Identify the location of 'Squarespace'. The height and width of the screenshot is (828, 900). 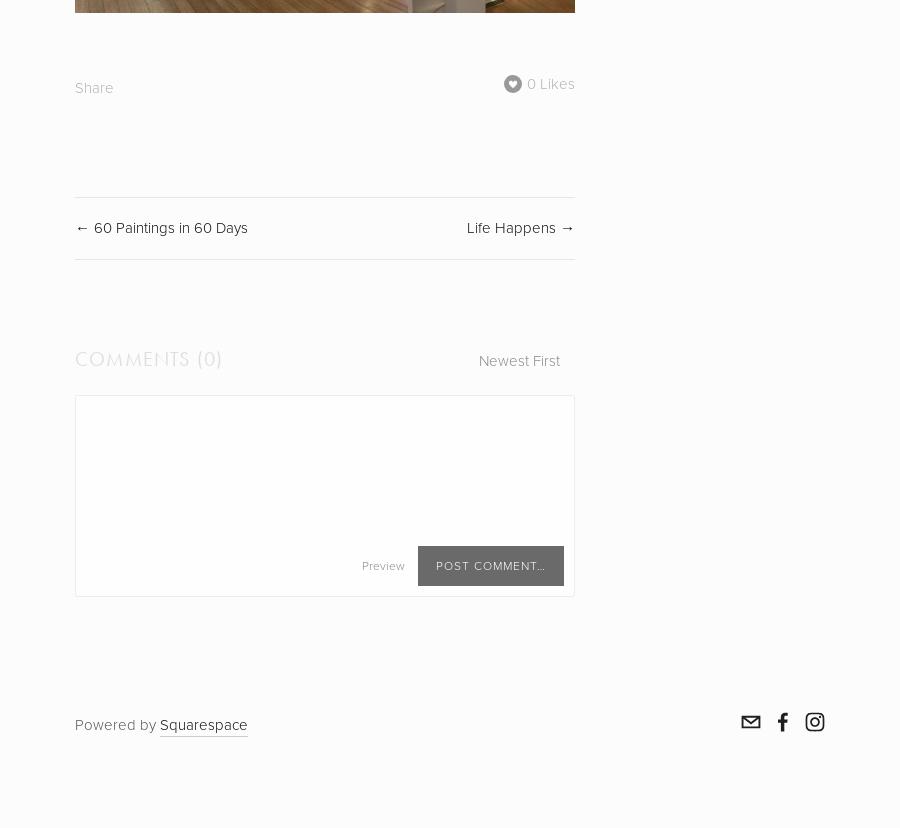
(204, 724).